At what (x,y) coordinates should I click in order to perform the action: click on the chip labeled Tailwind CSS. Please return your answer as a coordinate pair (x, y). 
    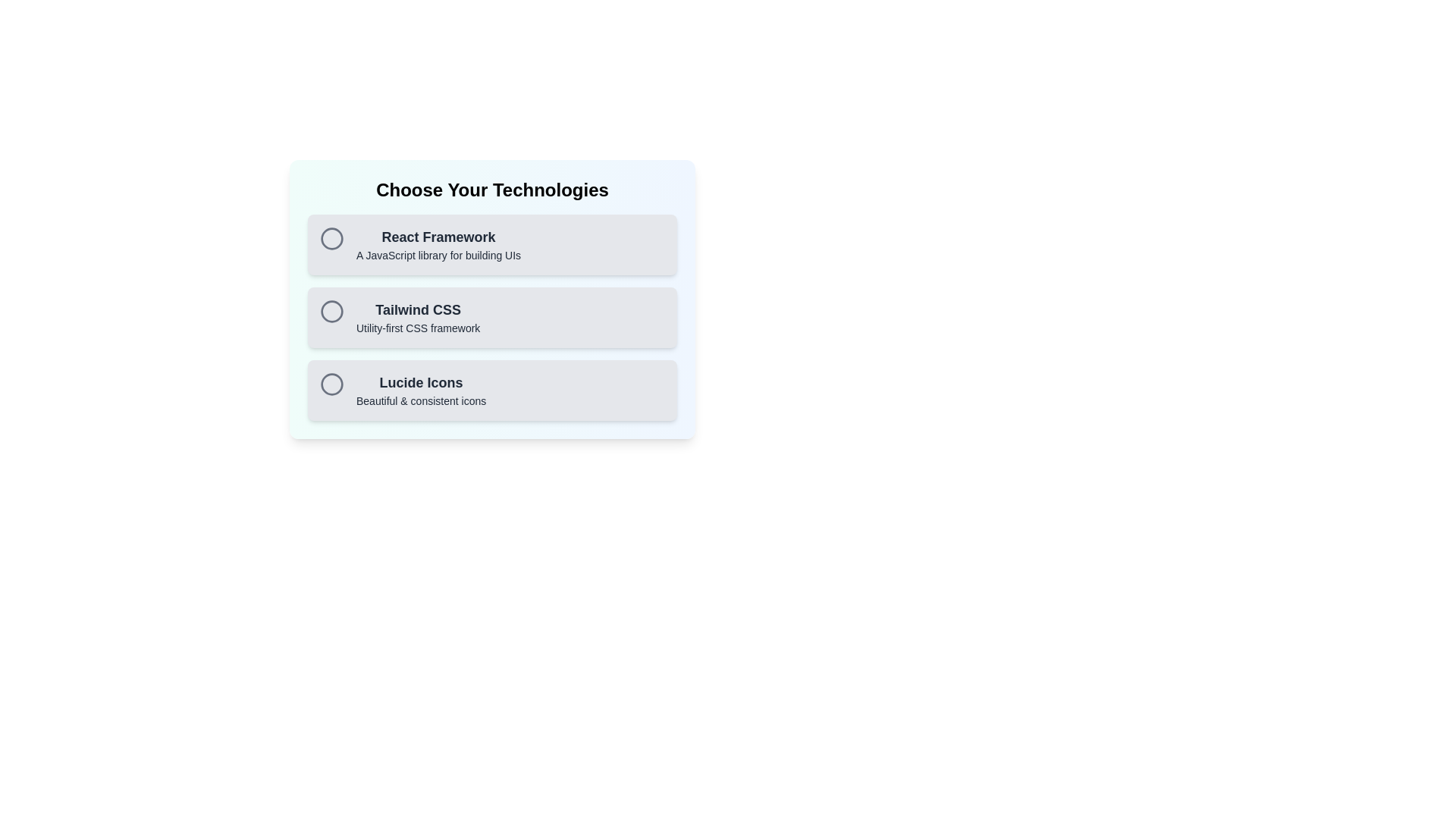
    Looking at the image, I should click on (492, 317).